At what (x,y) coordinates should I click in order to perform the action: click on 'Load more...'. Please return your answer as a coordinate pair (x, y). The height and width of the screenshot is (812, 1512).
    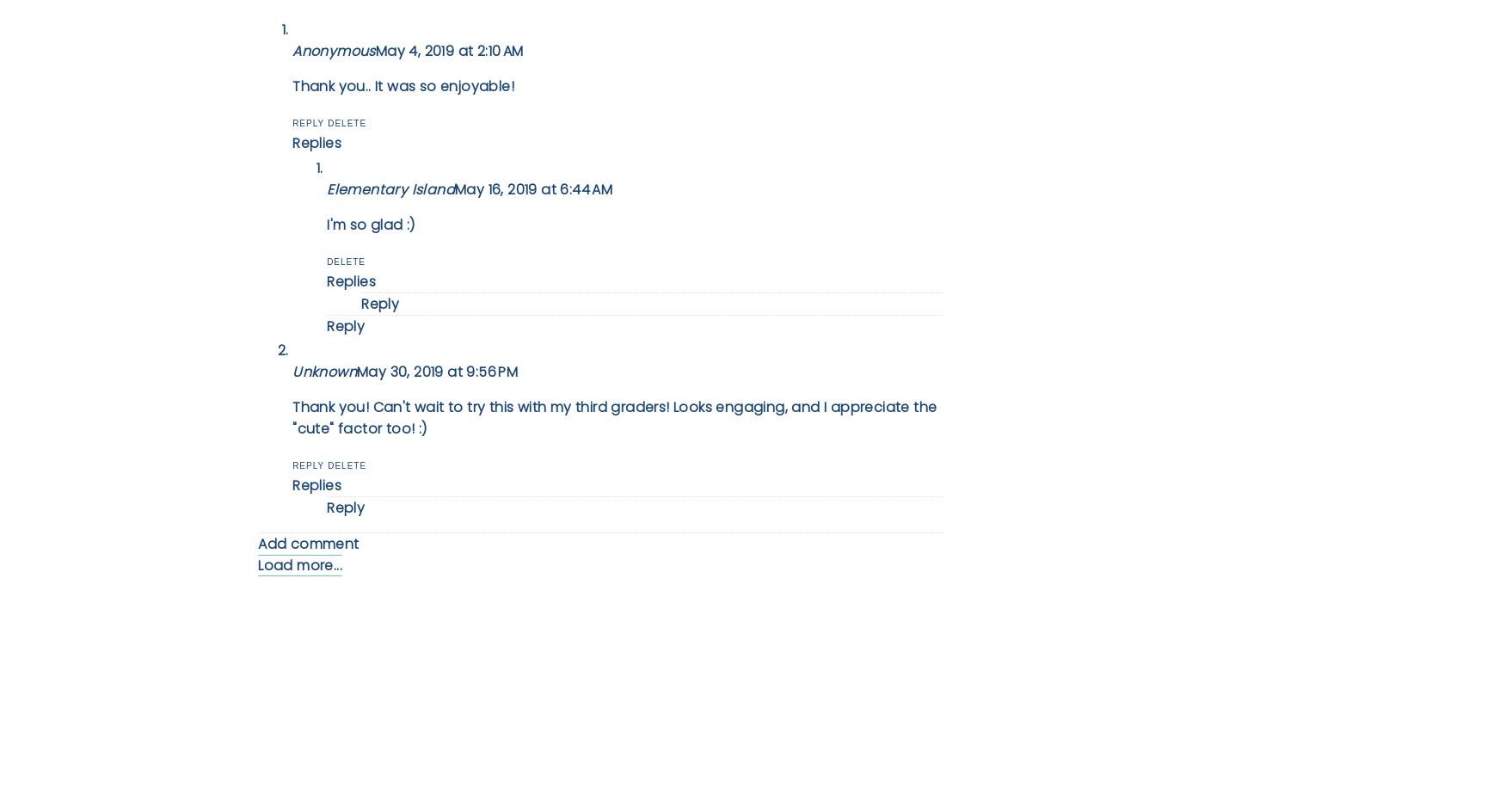
    Looking at the image, I should click on (257, 563).